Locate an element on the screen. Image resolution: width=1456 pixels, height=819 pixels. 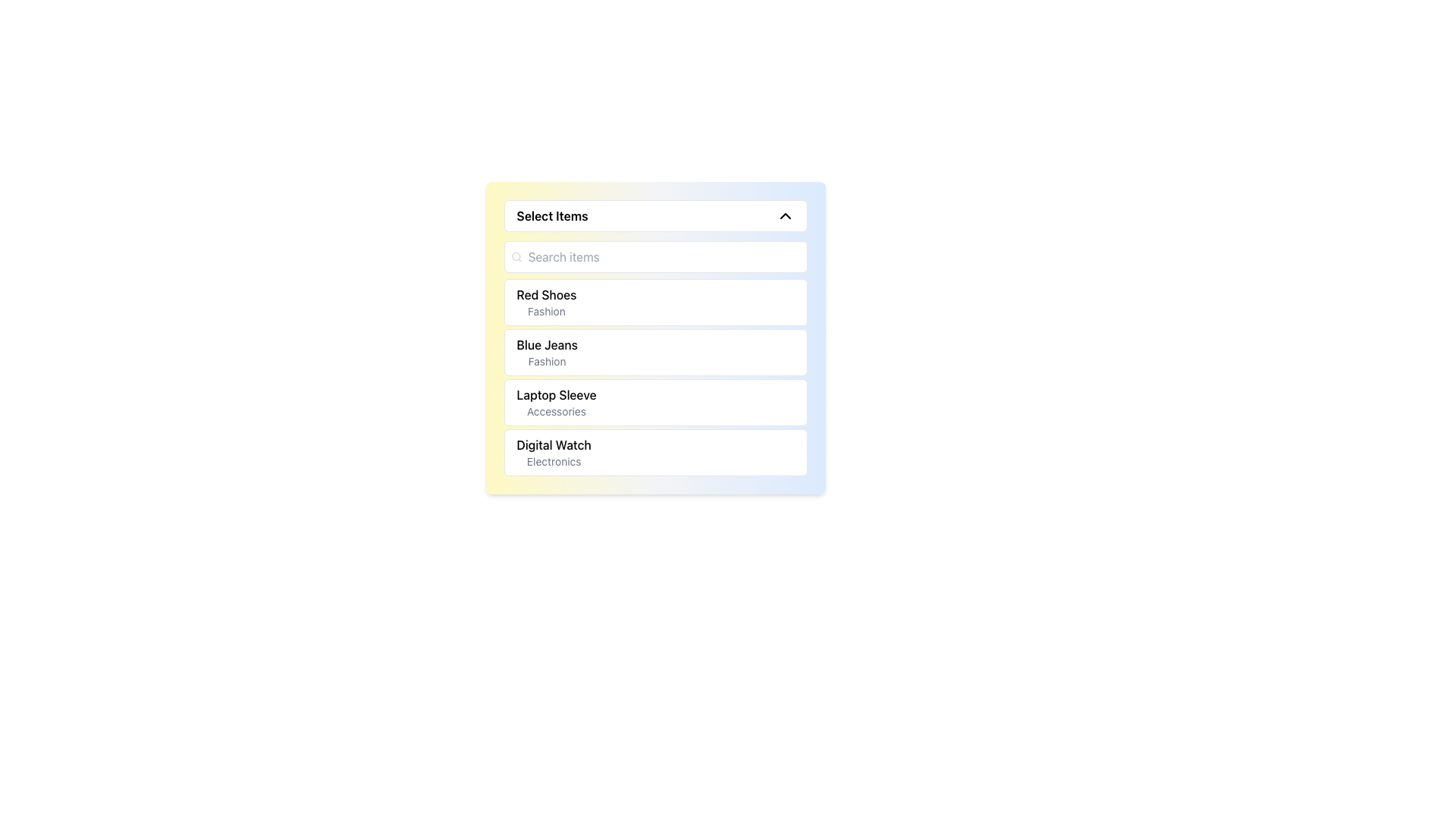
the 'Laptop Sleeve' selectable list item in the dropdown interface is located at coordinates (556, 402).